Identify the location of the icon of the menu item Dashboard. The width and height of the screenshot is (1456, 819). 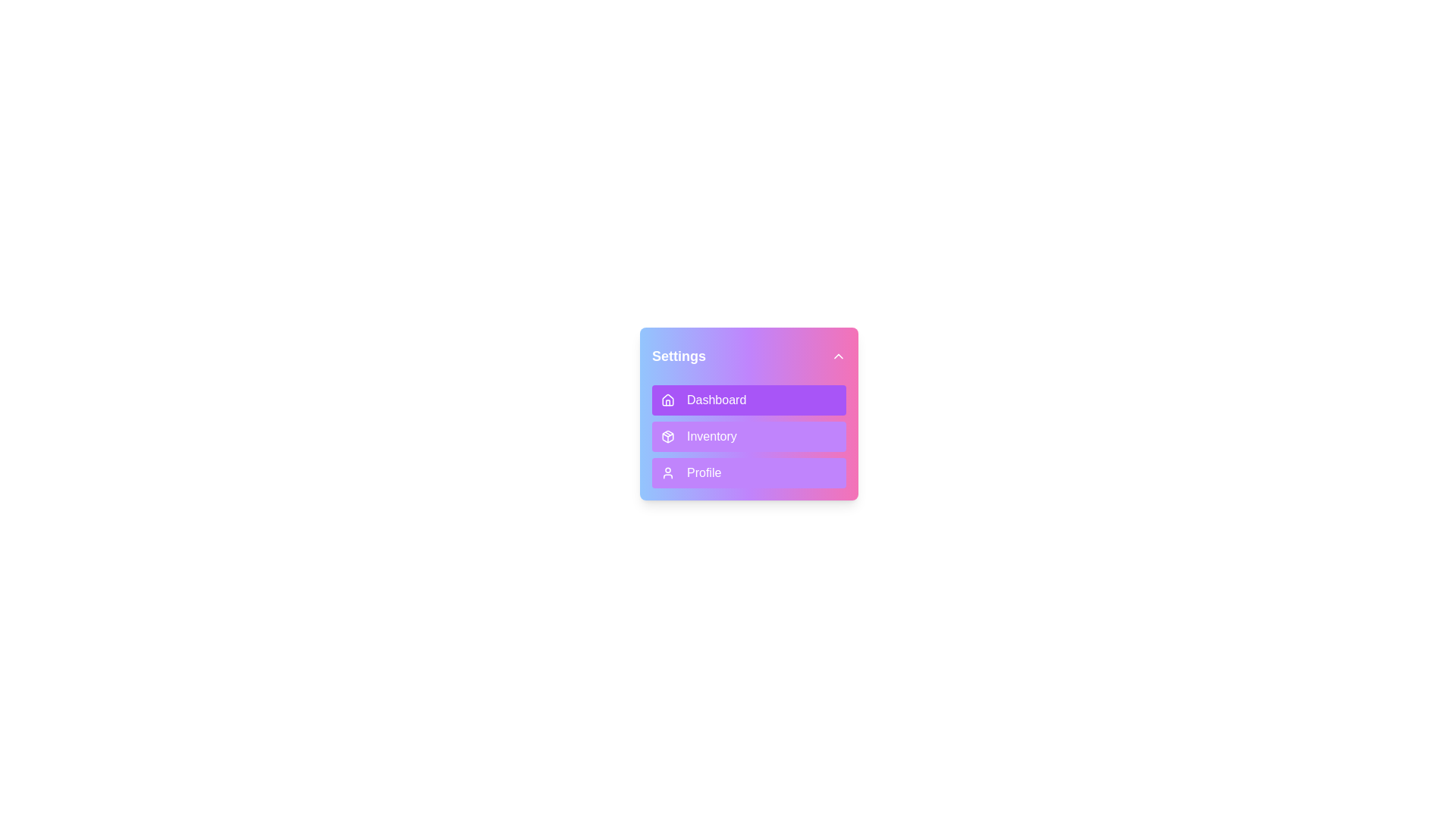
(667, 400).